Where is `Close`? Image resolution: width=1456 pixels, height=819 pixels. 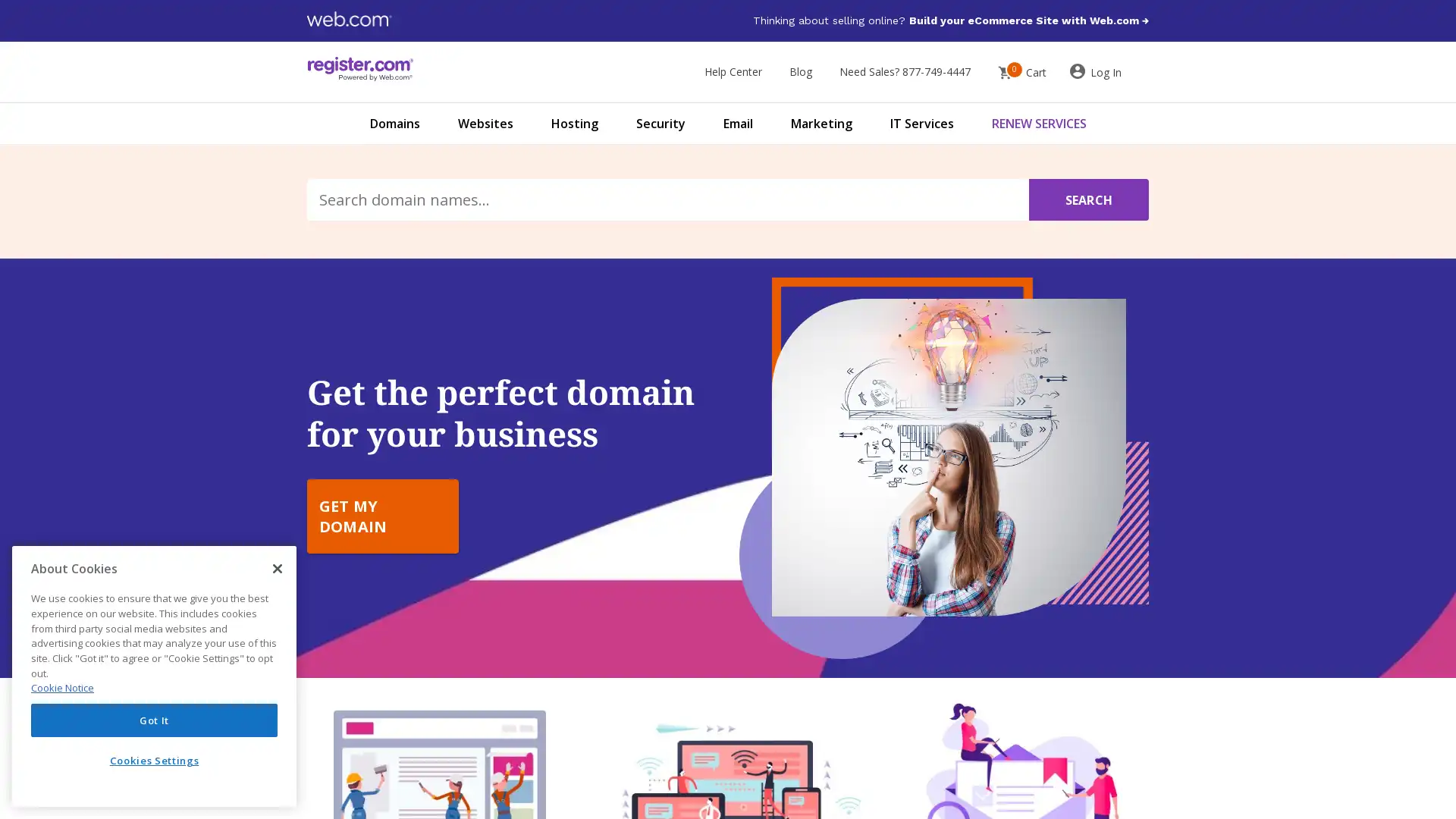
Close is located at coordinates (277, 568).